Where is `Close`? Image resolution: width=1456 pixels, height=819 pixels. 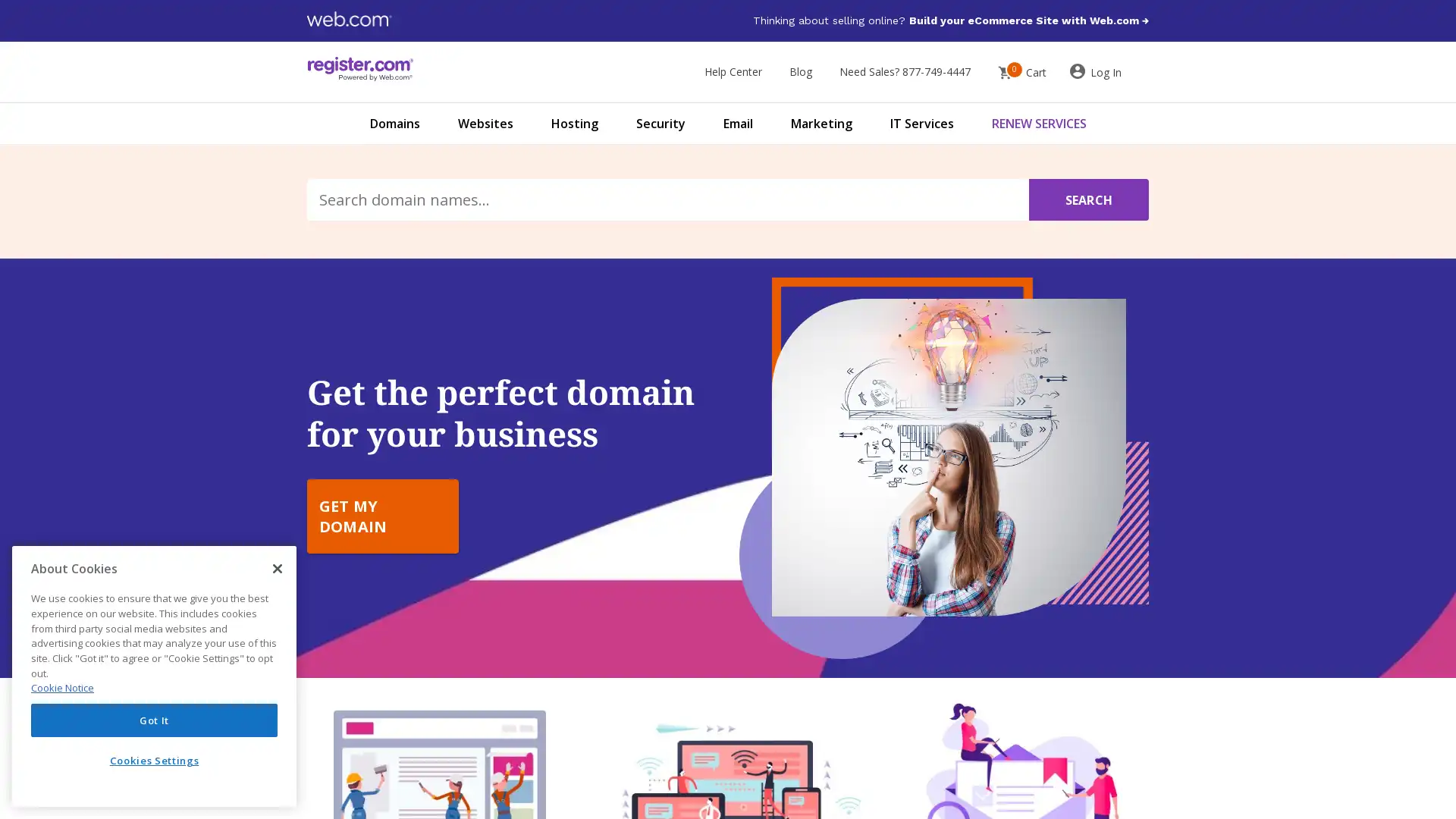
Close is located at coordinates (277, 568).